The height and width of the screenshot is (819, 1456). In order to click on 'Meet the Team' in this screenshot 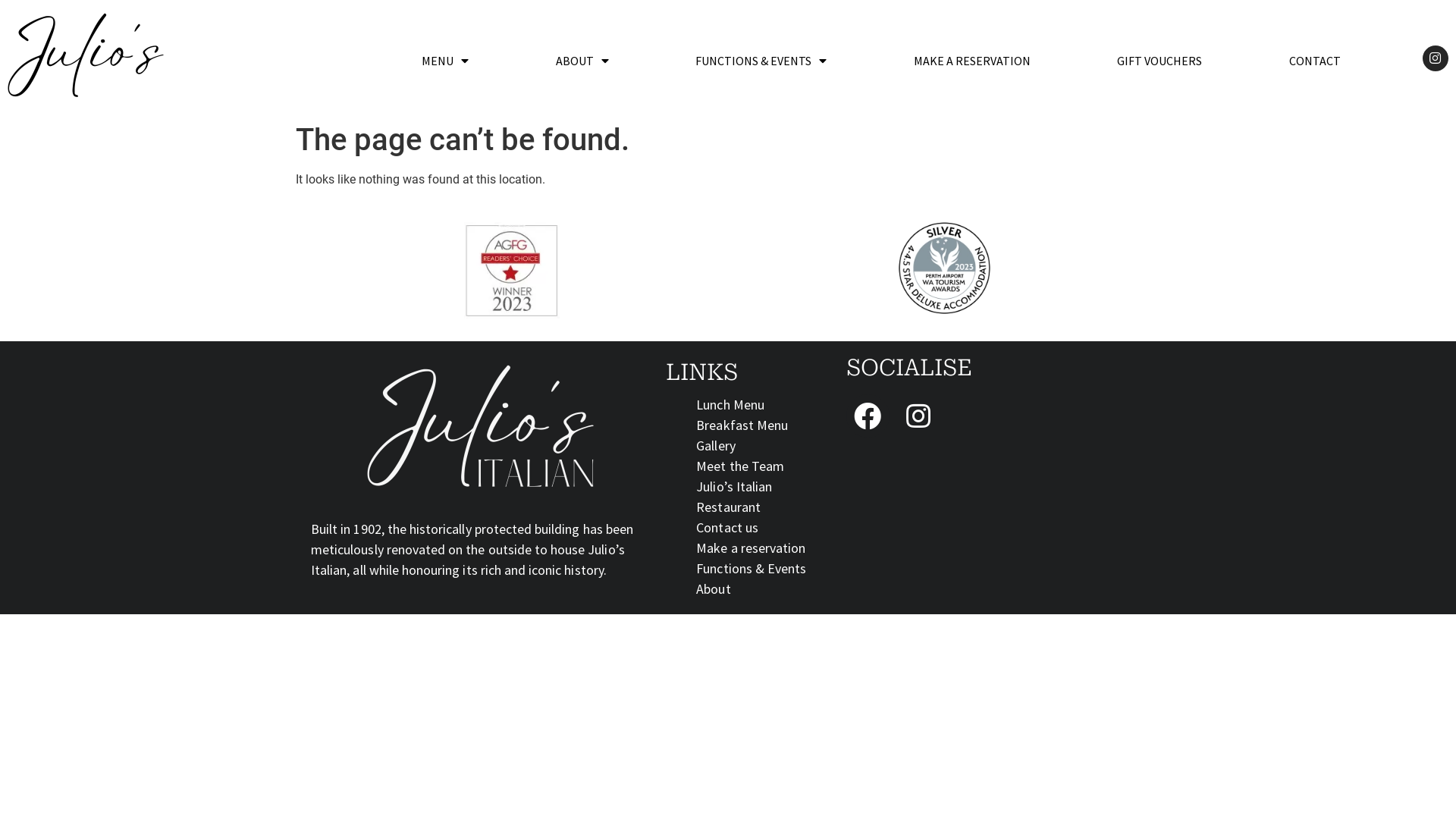, I will do `click(695, 465)`.